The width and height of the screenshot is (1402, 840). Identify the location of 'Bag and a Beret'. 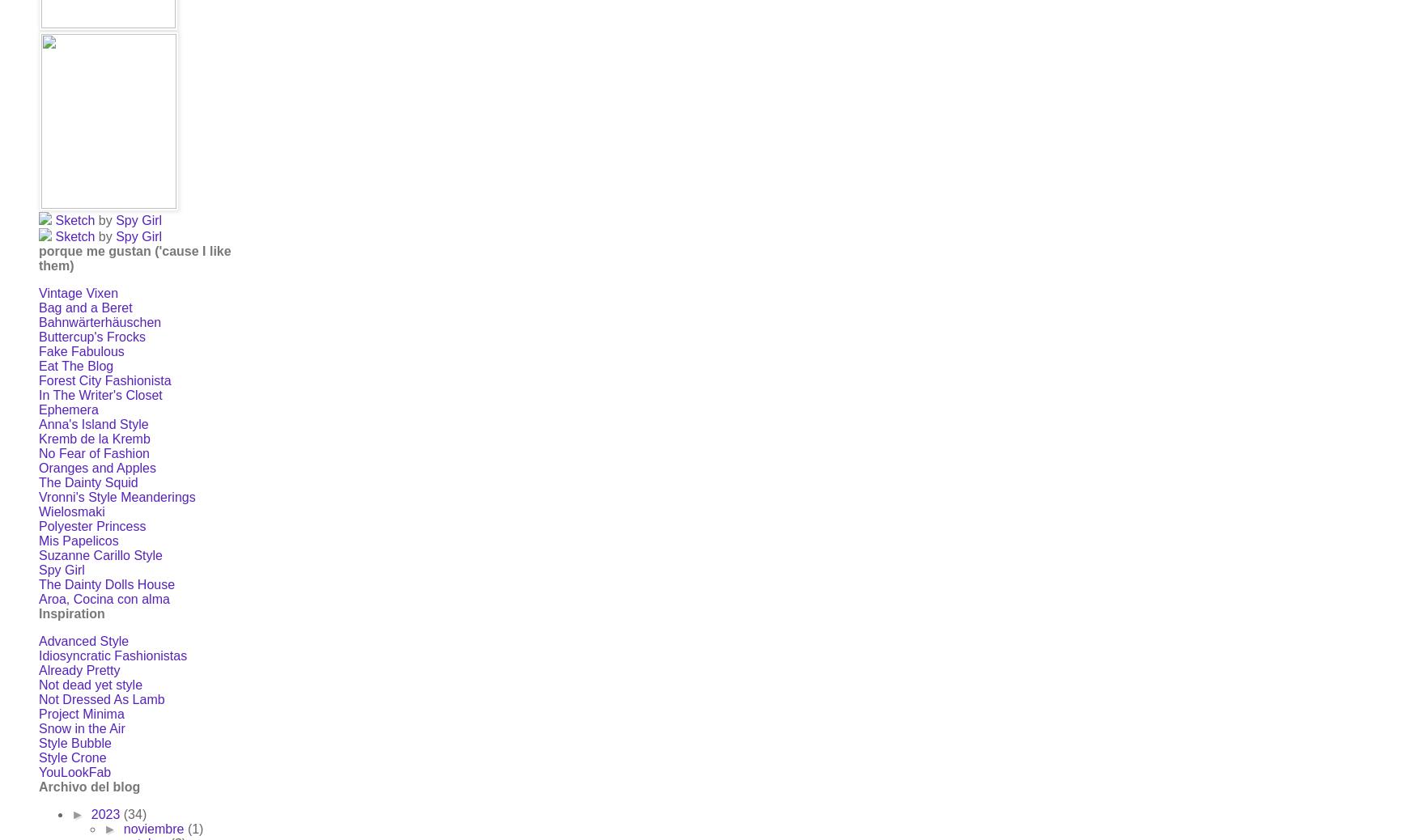
(85, 307).